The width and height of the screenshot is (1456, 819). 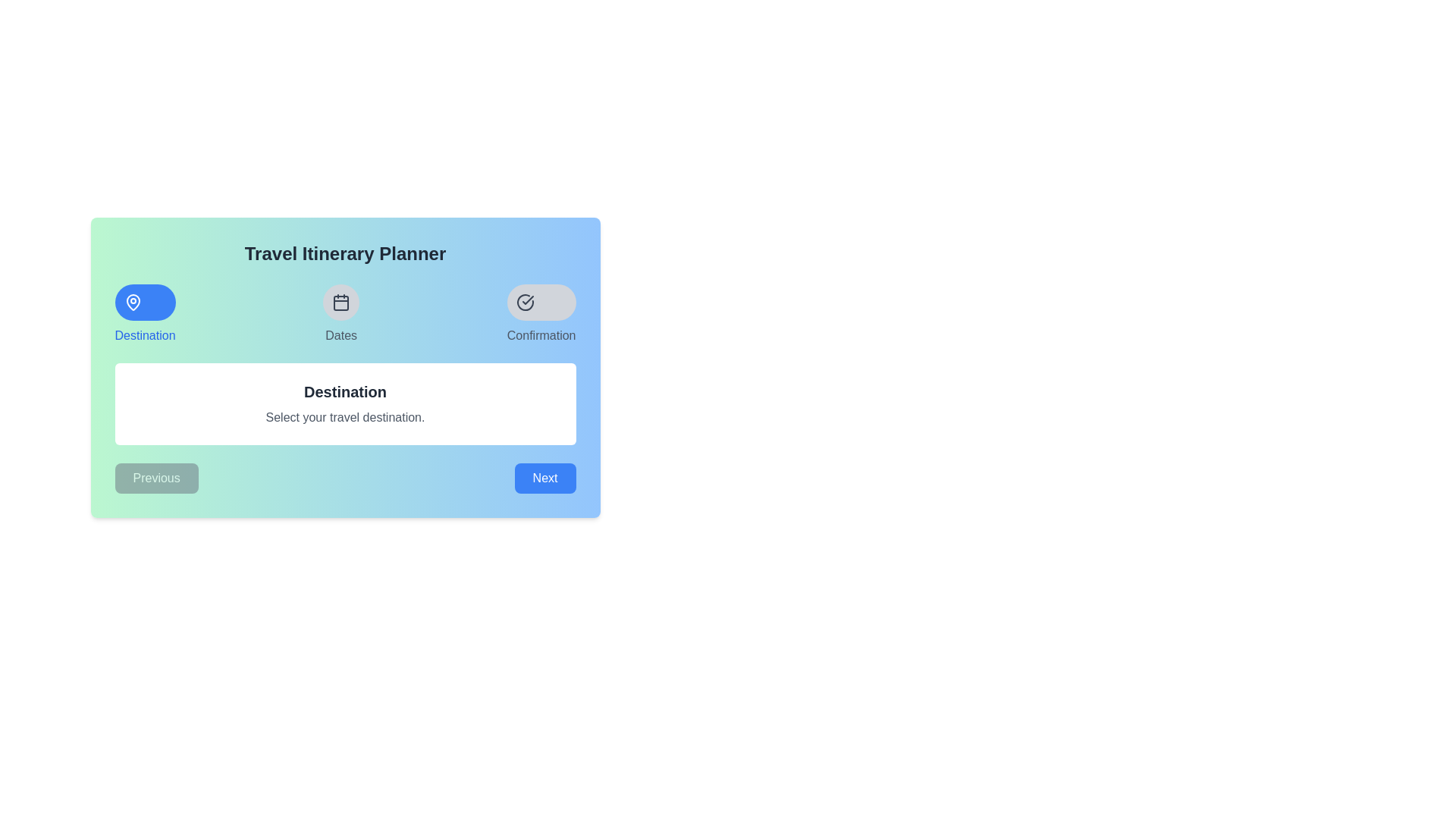 I want to click on the 'Dates' button with an icon located centrally between the 'Destination' and 'Confirmation' buttons, so click(x=340, y=302).